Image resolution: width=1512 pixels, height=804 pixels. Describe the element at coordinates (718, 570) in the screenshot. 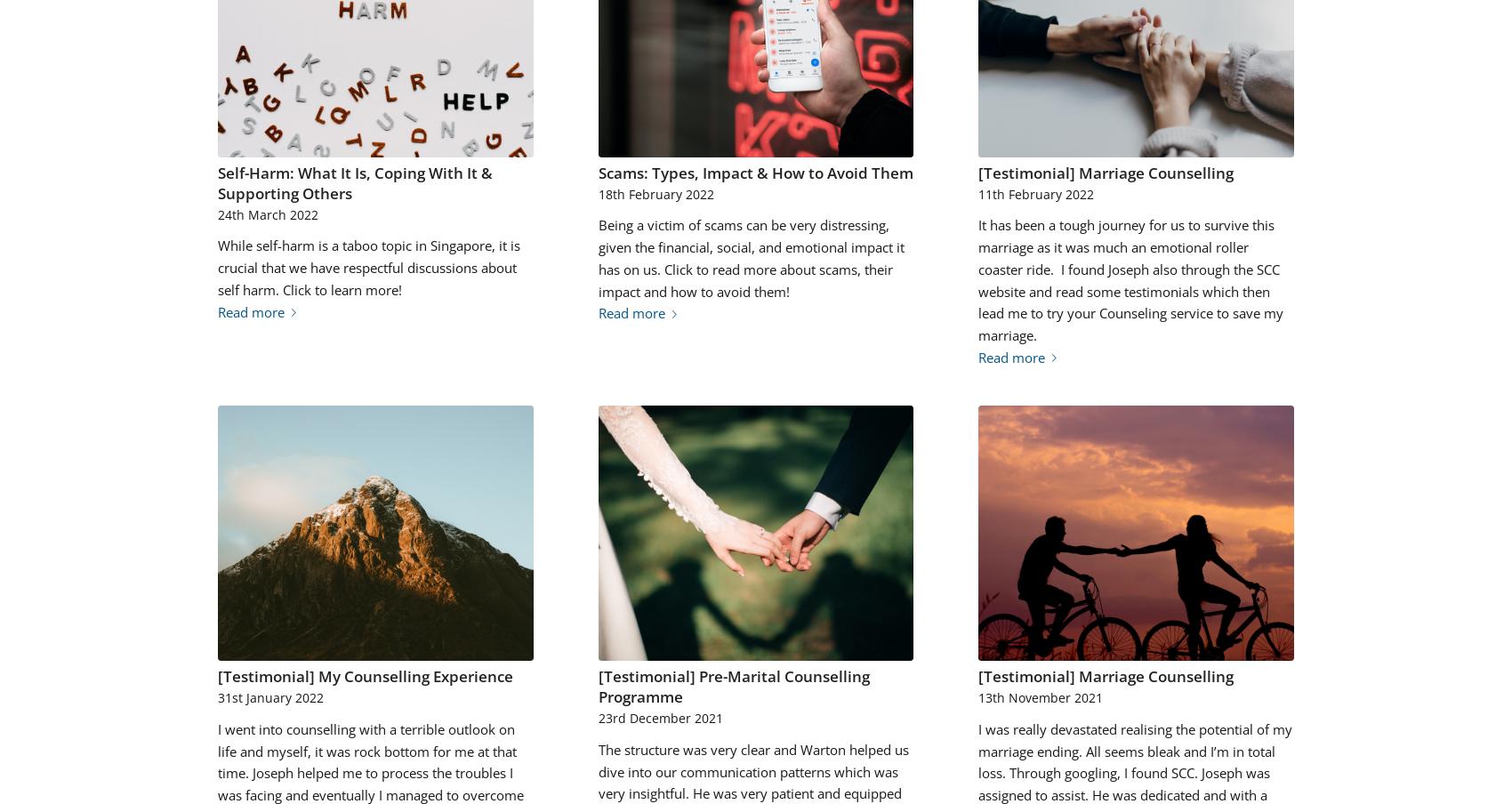

I see `'2021-12-23 15:14:38'` at that location.